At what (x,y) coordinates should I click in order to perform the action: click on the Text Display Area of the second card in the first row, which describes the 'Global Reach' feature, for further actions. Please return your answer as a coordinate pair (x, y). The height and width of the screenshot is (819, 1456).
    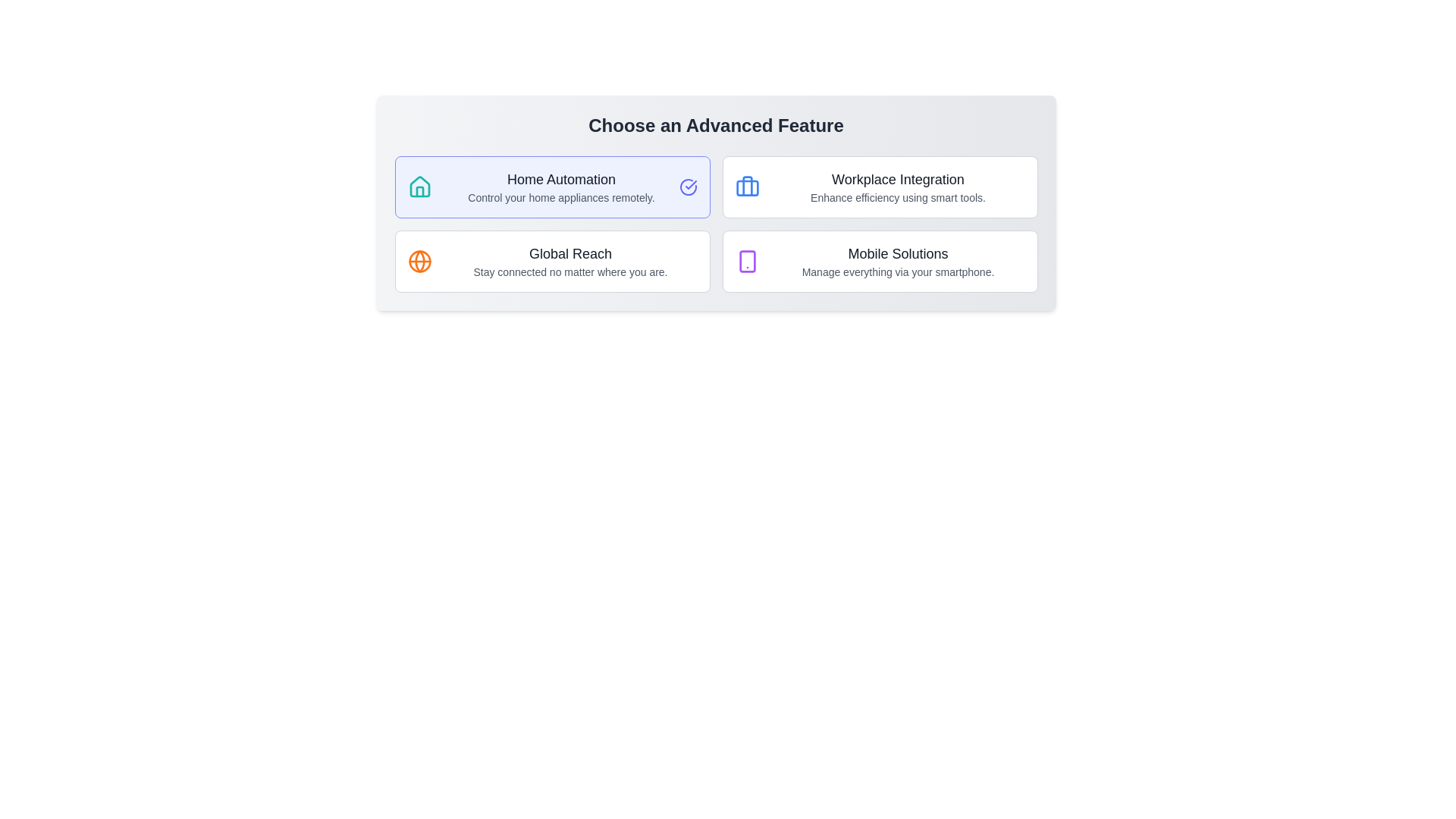
    Looking at the image, I should click on (570, 260).